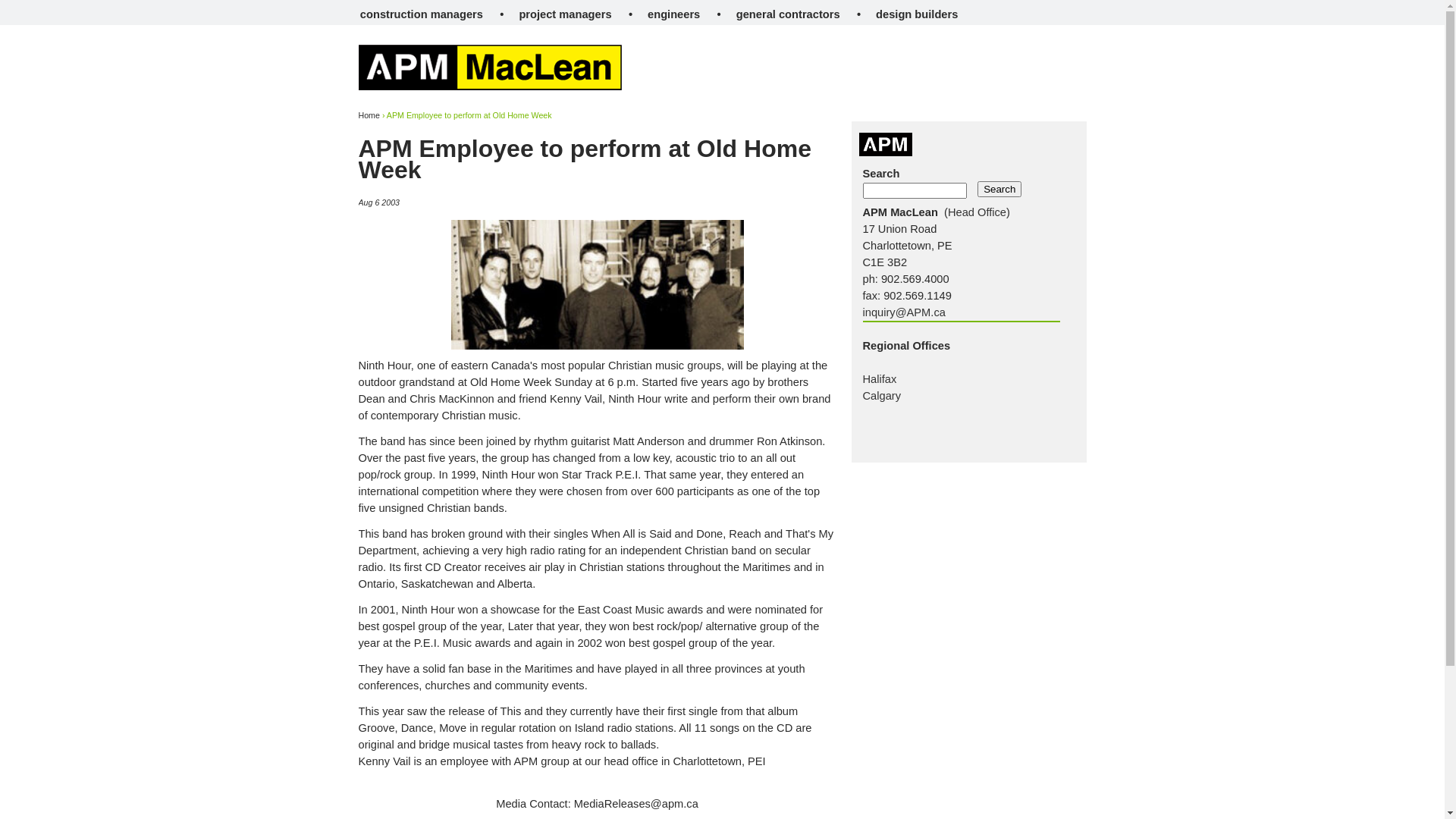 The image size is (1456, 819). What do you see at coordinates (403, 96) in the screenshot?
I see `'who we are'` at bounding box center [403, 96].